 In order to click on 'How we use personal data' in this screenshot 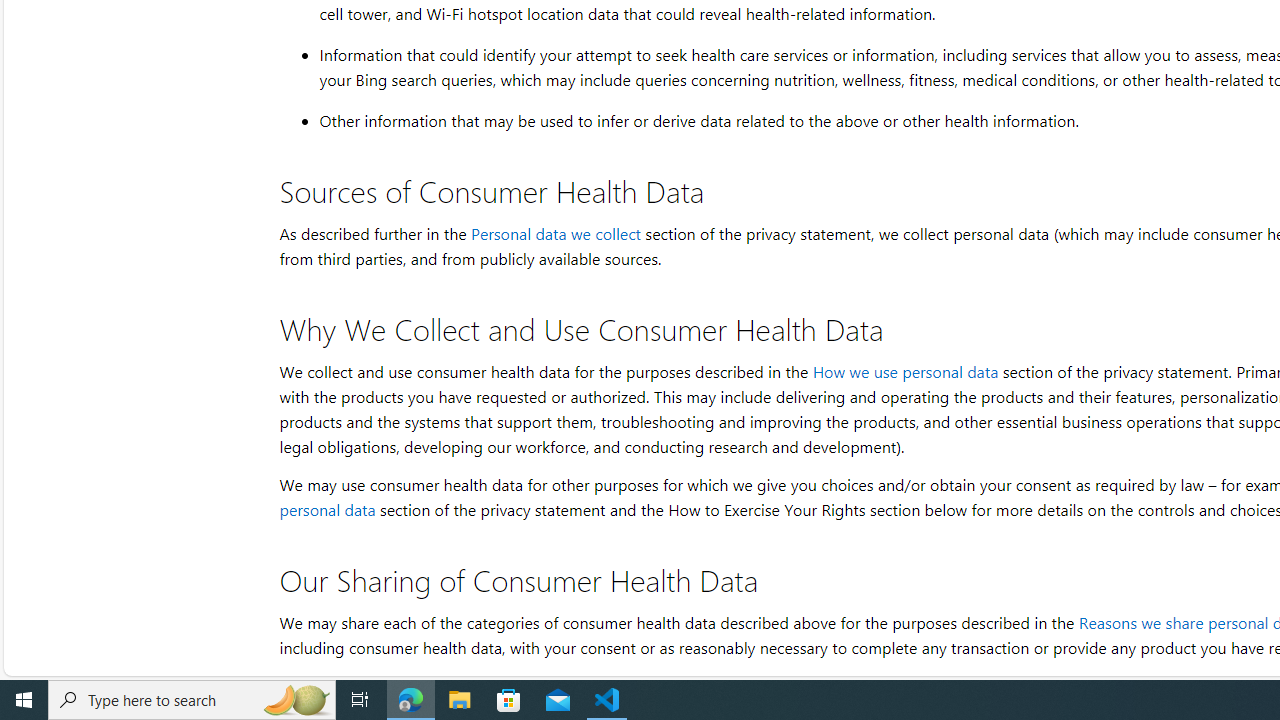, I will do `click(903, 371)`.